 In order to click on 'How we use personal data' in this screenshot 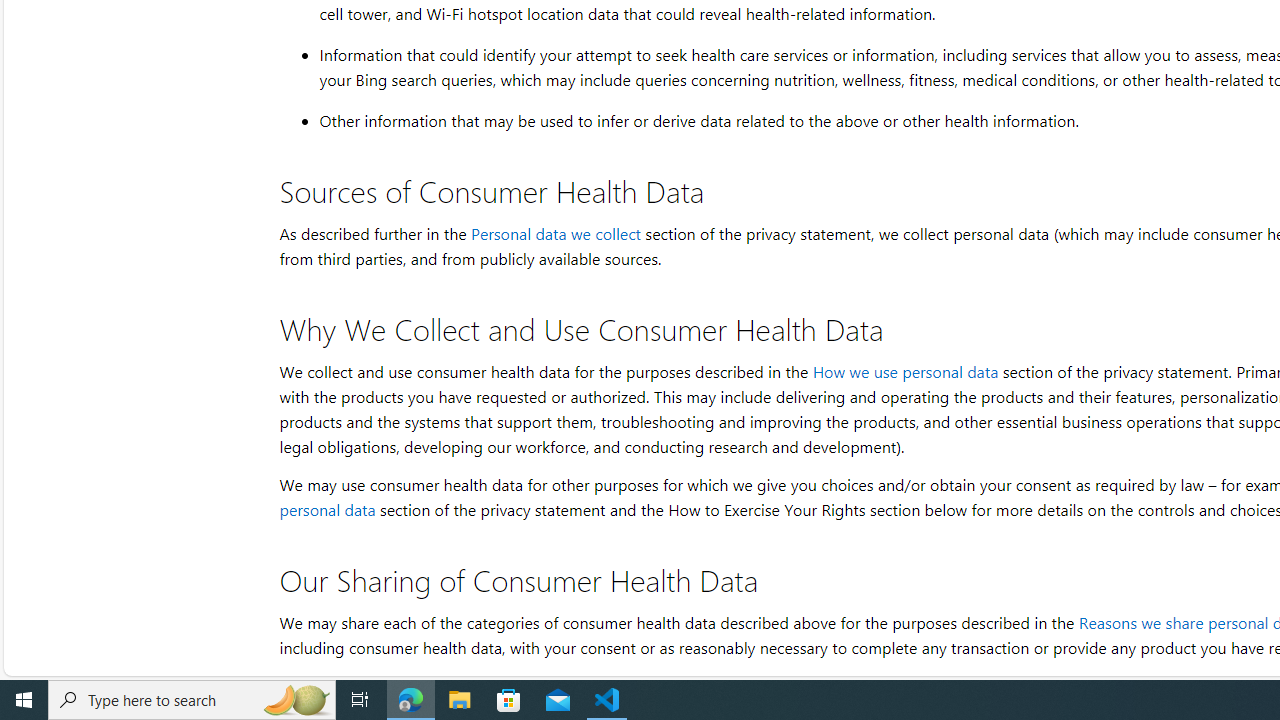, I will do `click(903, 371)`.